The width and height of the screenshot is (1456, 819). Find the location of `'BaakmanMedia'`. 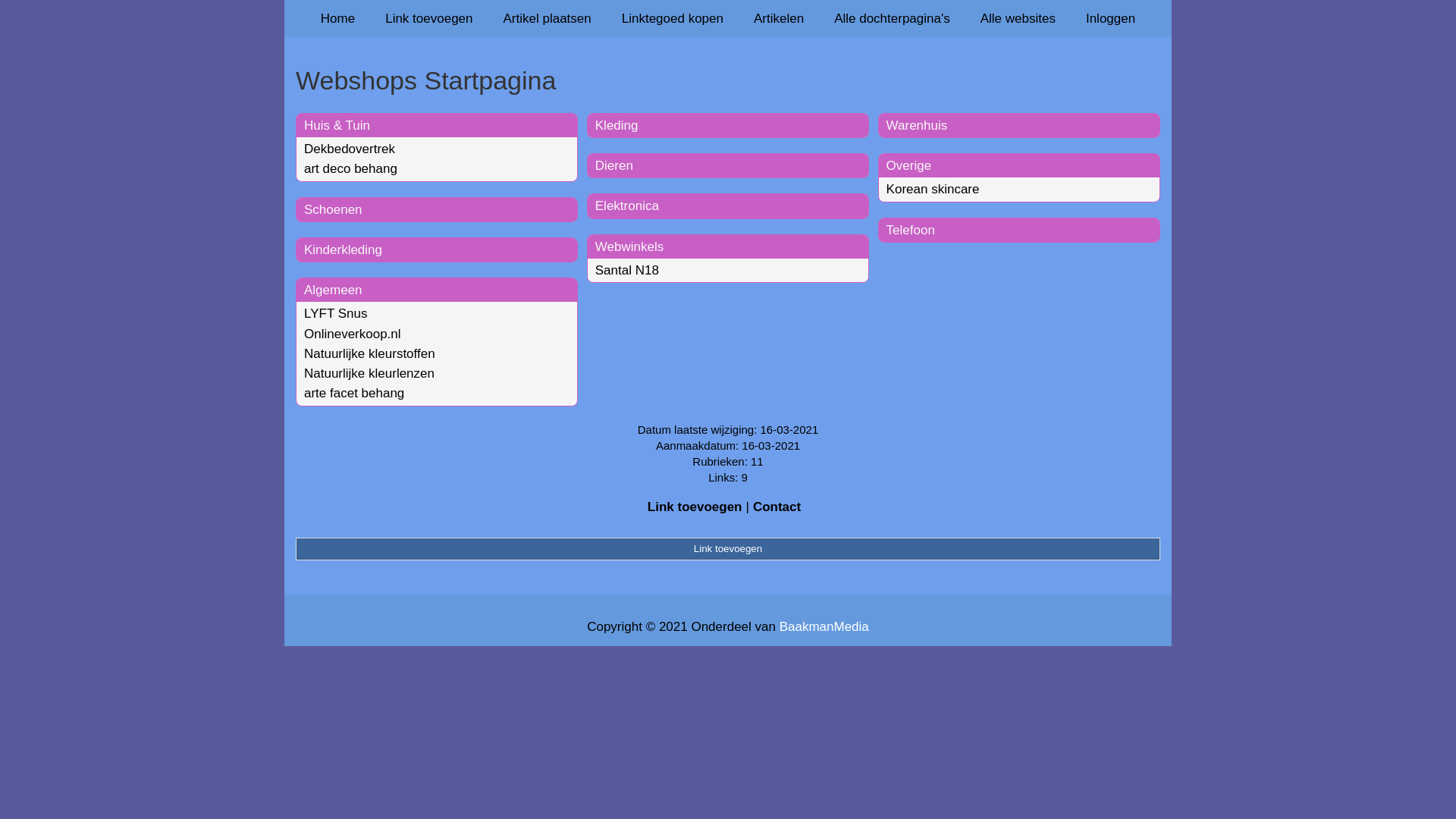

'BaakmanMedia' is located at coordinates (779, 626).